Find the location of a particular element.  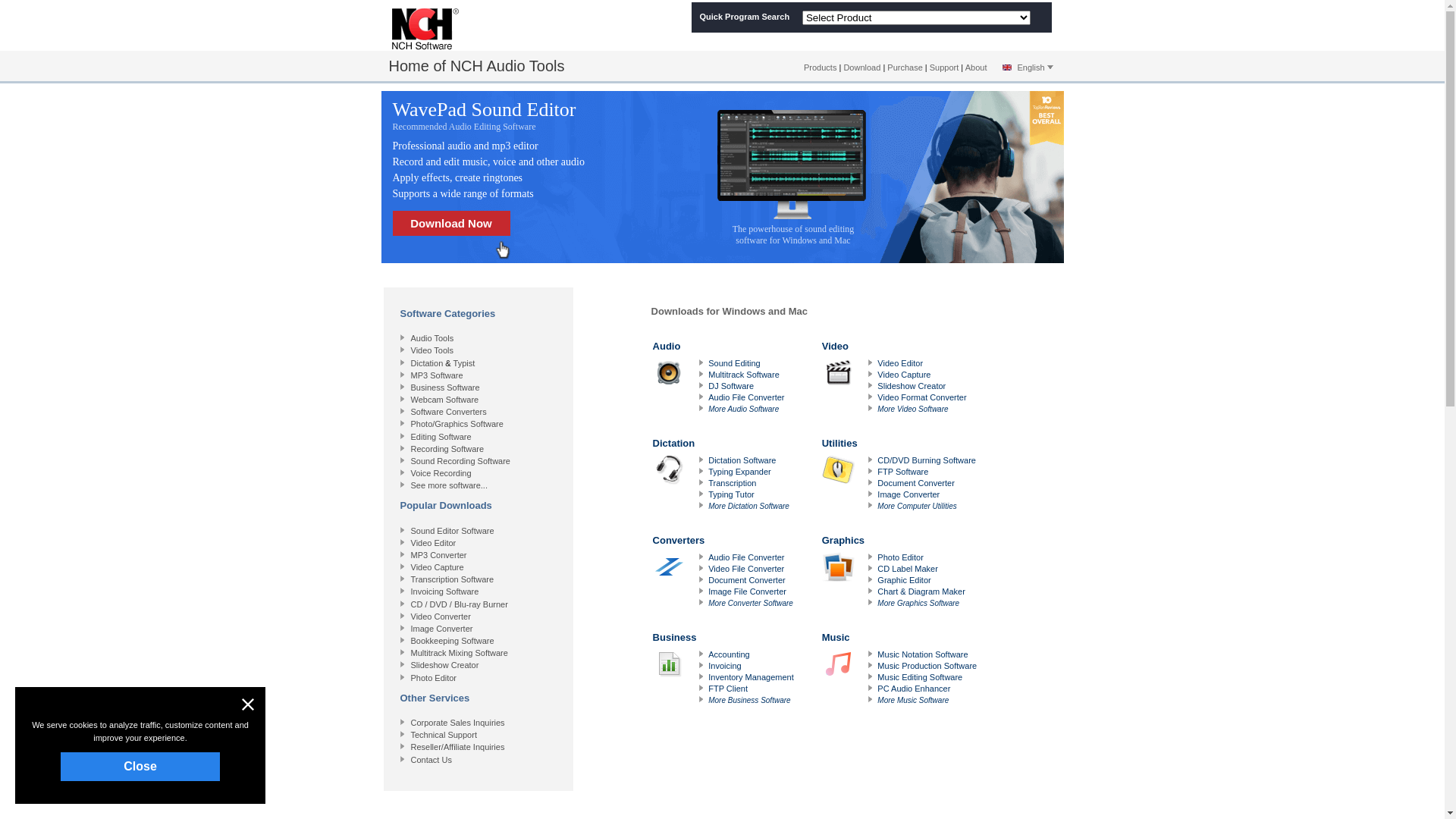

'Video' is located at coordinates (821, 376).